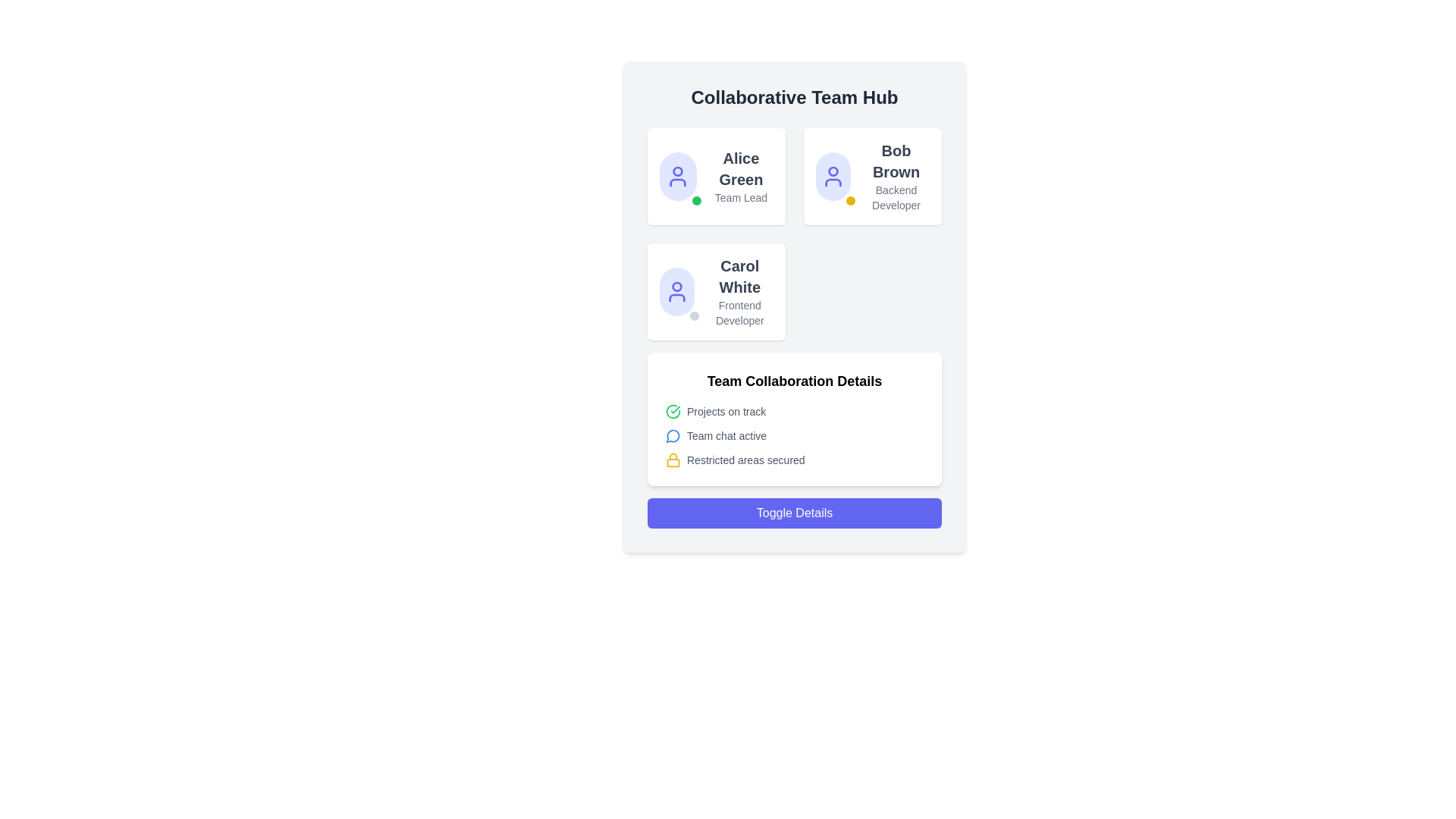  I want to click on the profile icon representing 'Carol White' located in the lower-left card of the grid layout titled 'Carol White Frontend Developer.', so click(676, 292).